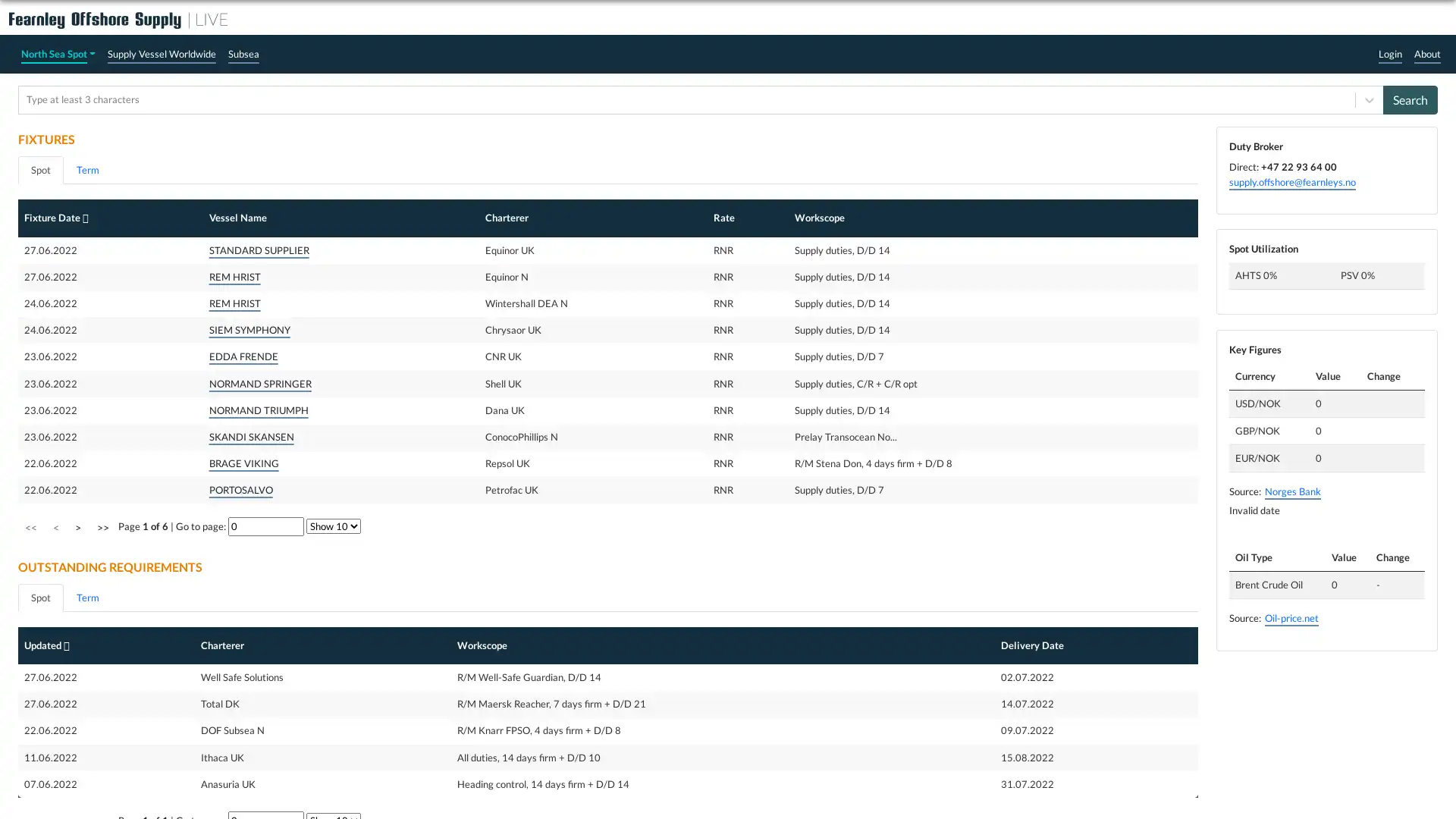 This screenshot has height=819, width=1456. Describe the element at coordinates (55, 526) in the screenshot. I see `<` at that location.